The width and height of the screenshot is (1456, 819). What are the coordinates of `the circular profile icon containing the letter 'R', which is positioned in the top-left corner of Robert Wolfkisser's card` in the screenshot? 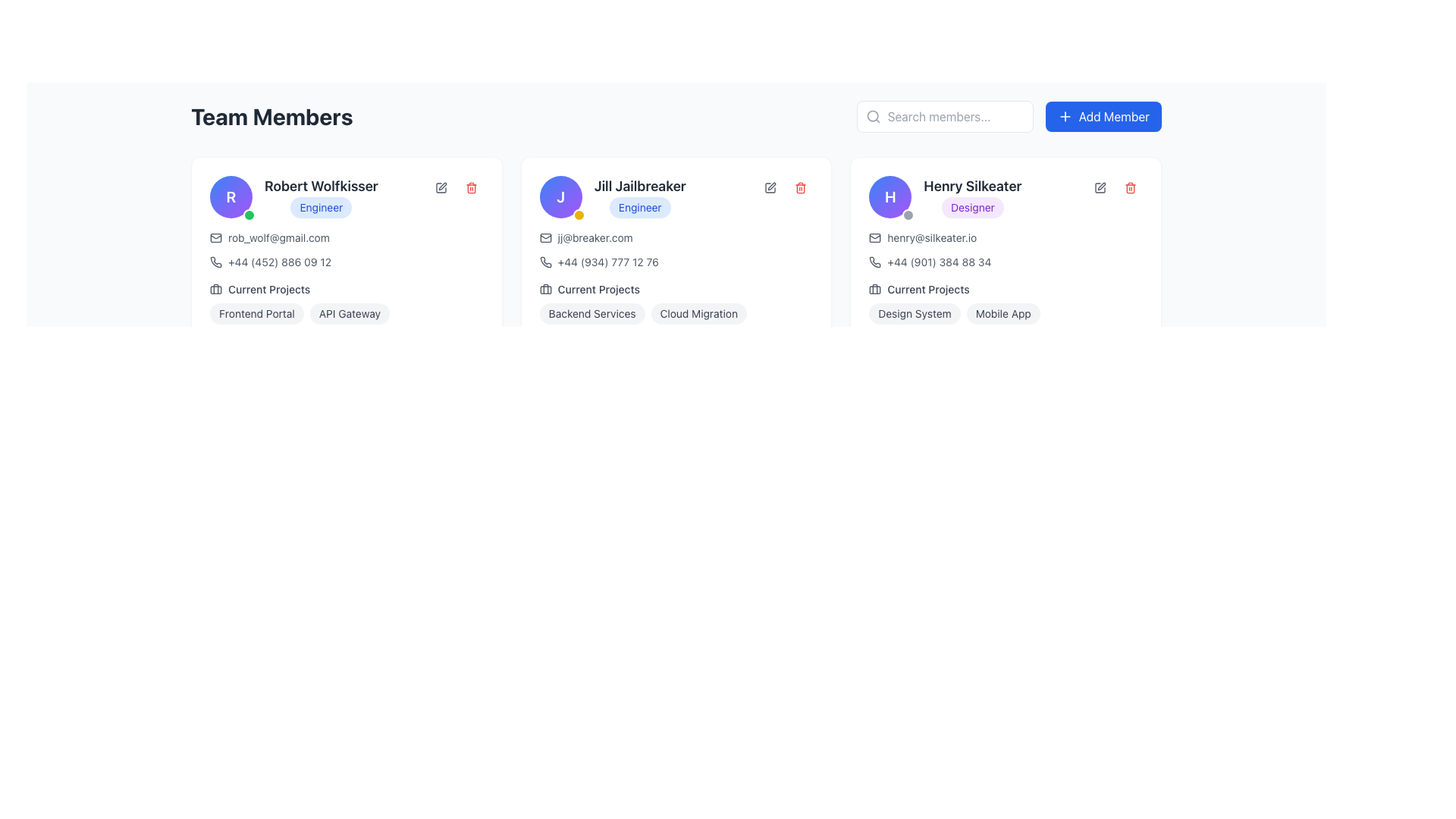 It's located at (231, 196).